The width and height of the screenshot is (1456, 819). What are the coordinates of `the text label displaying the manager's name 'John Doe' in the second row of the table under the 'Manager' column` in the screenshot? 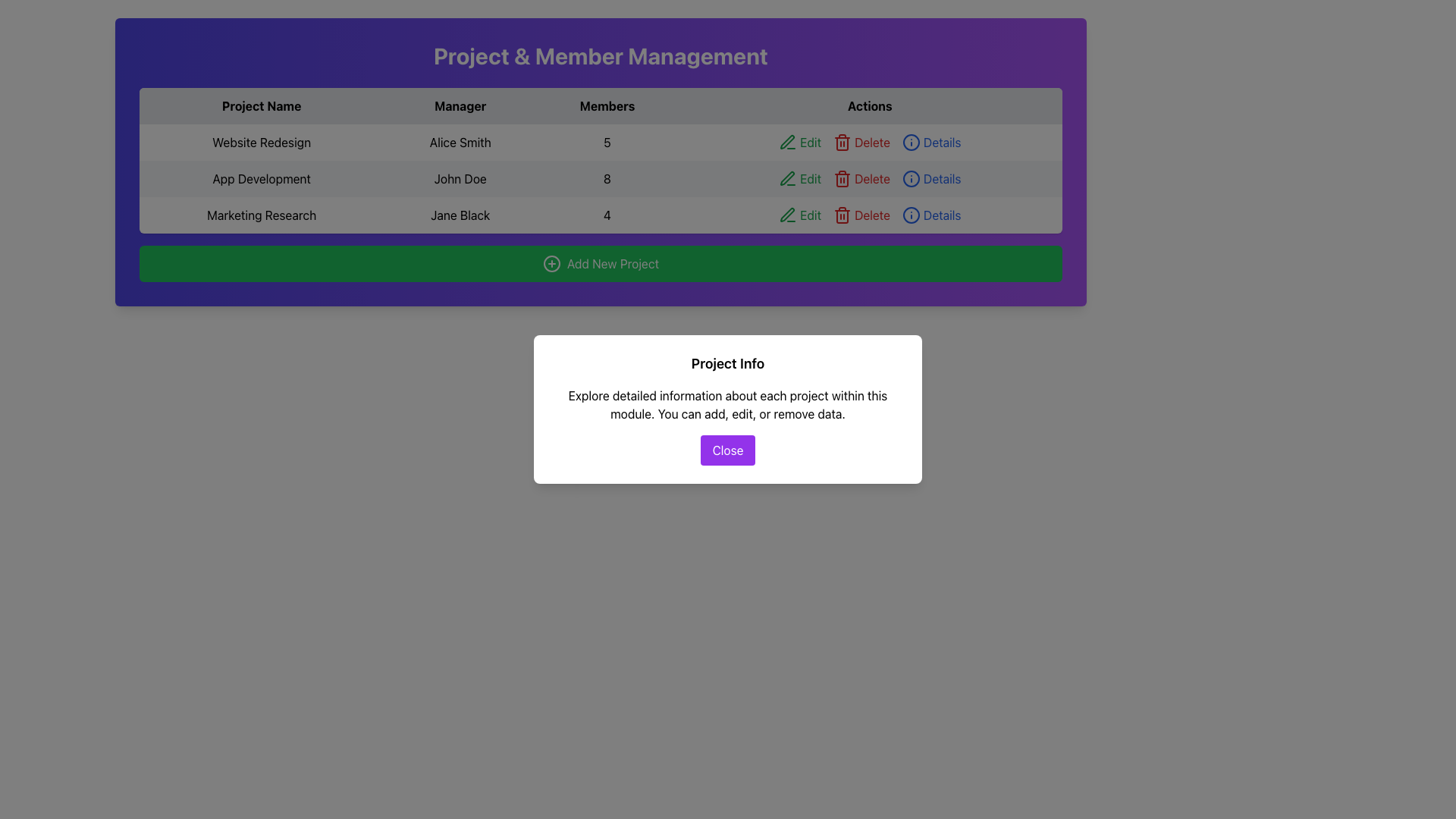 It's located at (460, 177).